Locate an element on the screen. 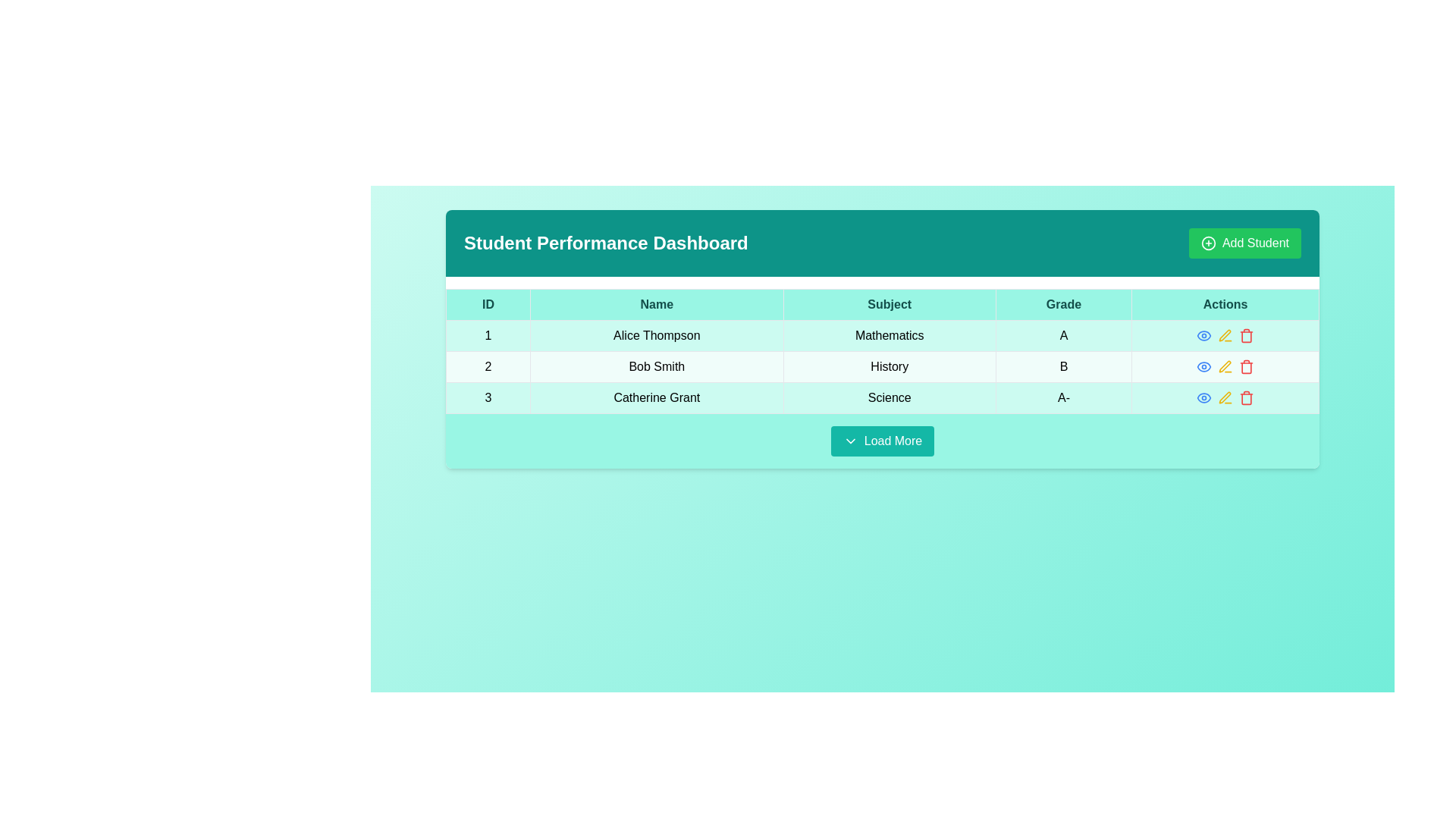 This screenshot has height=819, width=1456. the 'Subject' column header in the table, which is positioned as the third column header, immediately to the right of 'Name' and to the left of 'Grade' is located at coordinates (890, 304).